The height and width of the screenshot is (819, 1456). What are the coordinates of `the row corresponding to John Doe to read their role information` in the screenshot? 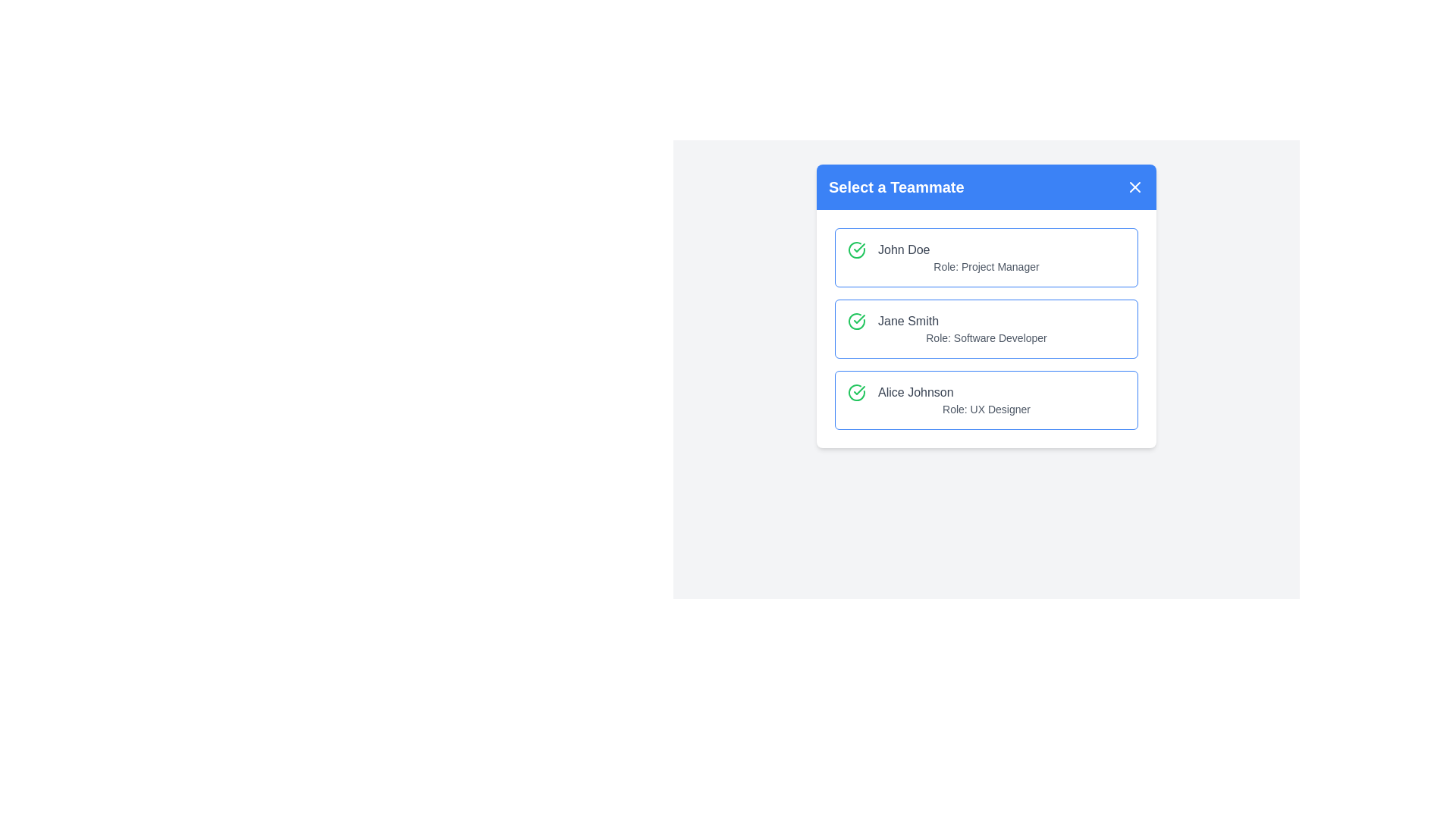 It's located at (986, 256).